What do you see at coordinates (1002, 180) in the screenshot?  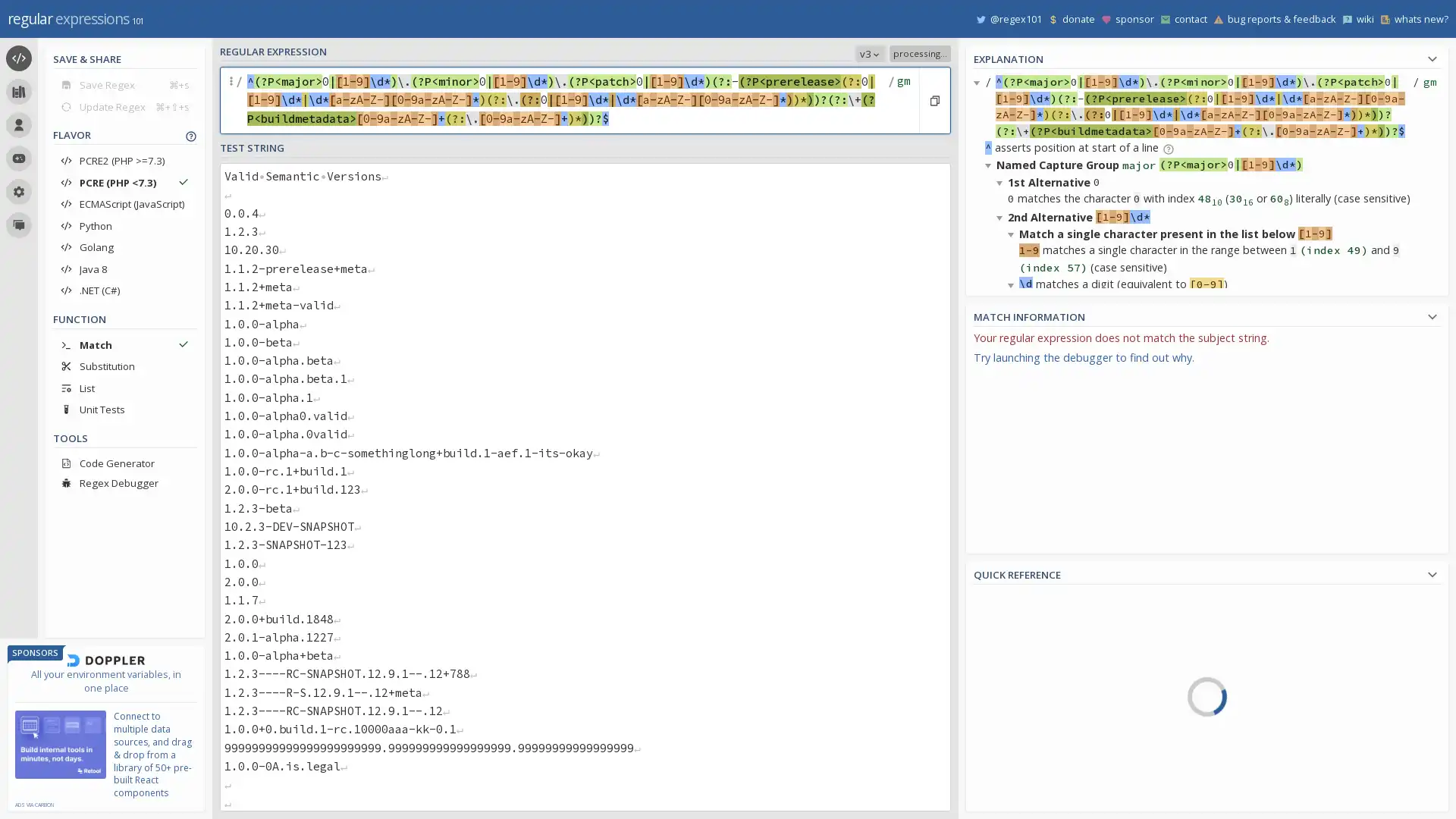 I see `Collapse Subtree` at bounding box center [1002, 180].